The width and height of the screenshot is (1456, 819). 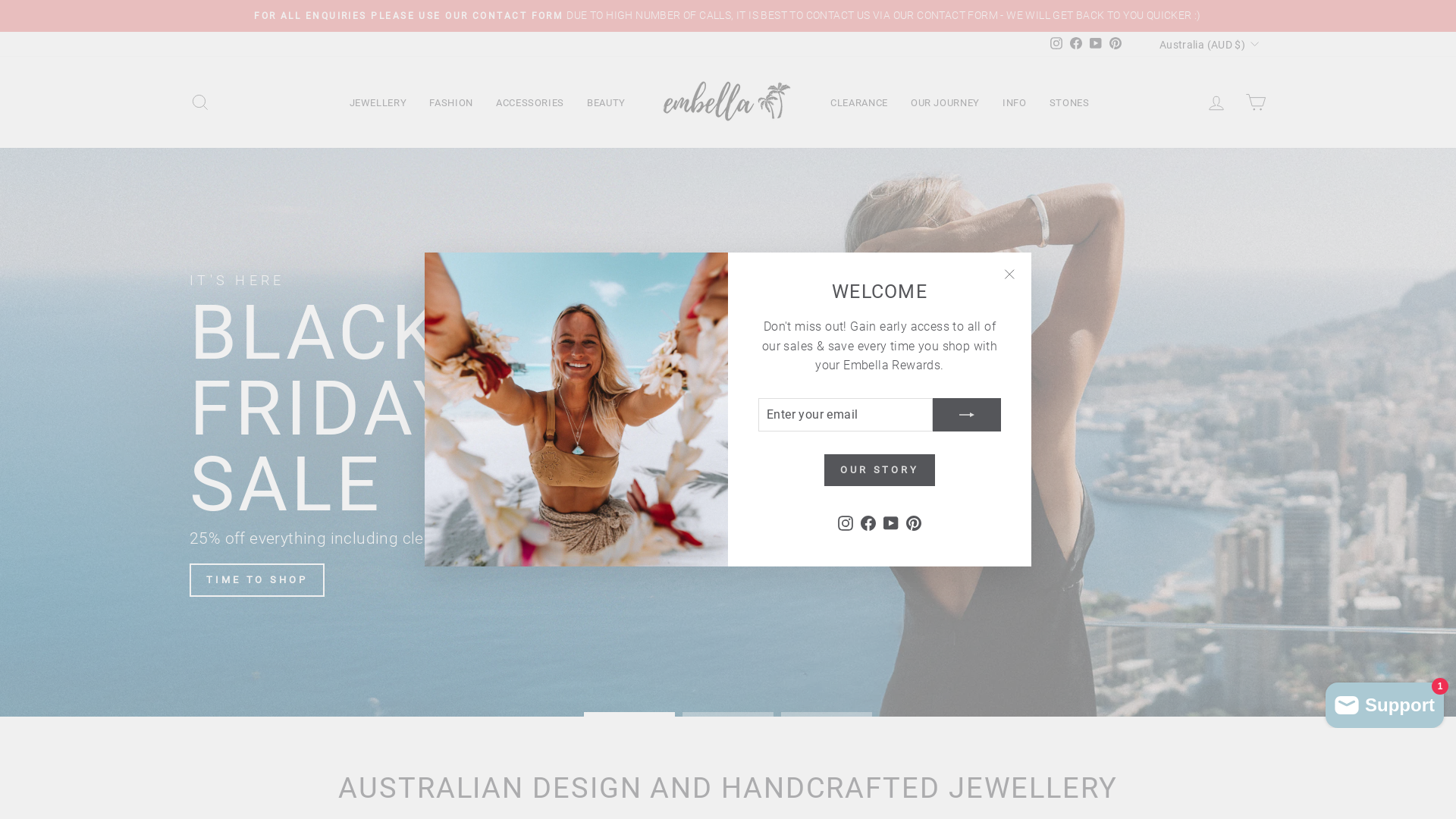 I want to click on 'STONES', so click(x=1037, y=102).